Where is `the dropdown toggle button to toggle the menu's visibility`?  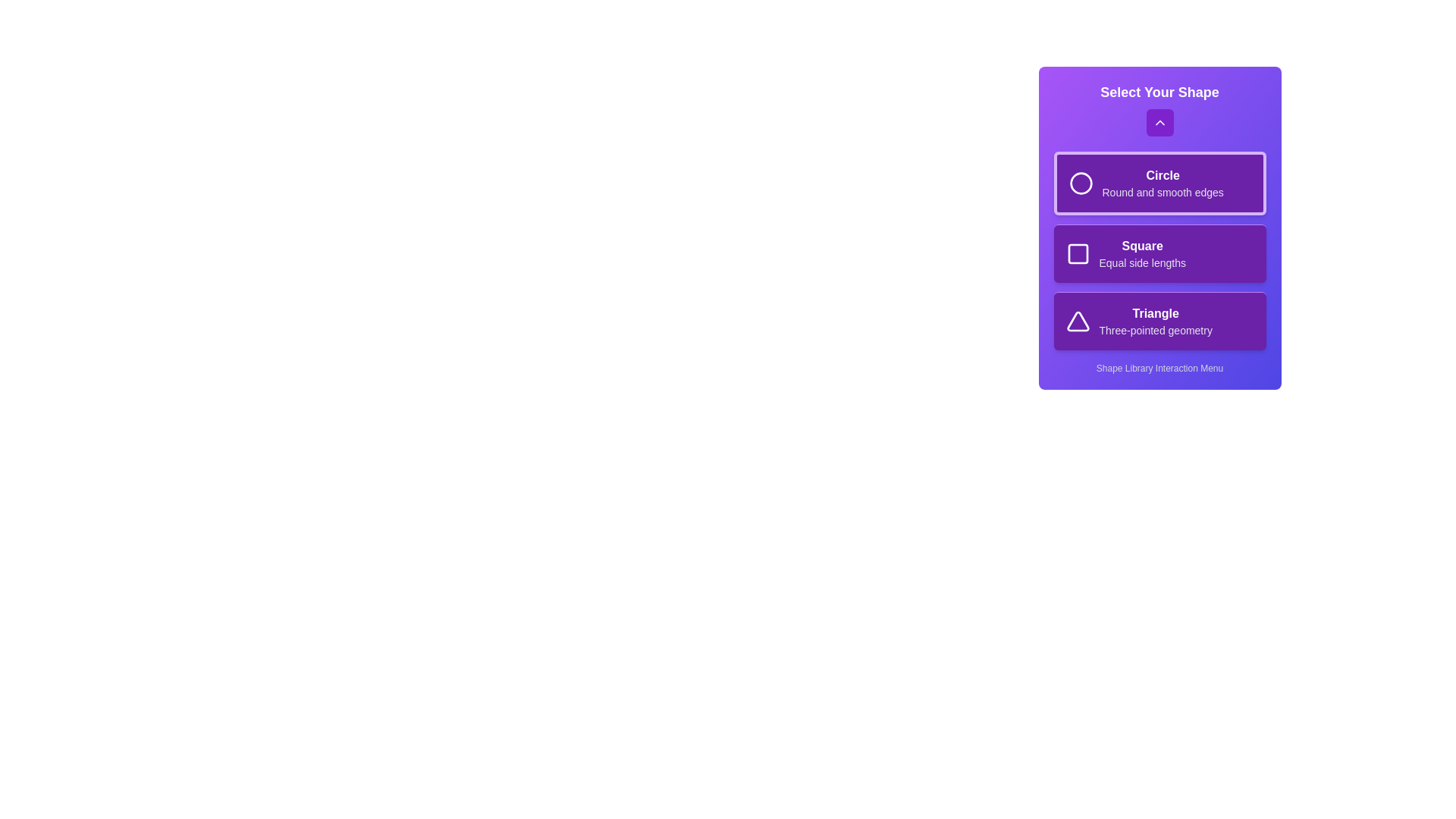
the dropdown toggle button to toggle the menu's visibility is located at coordinates (1159, 122).